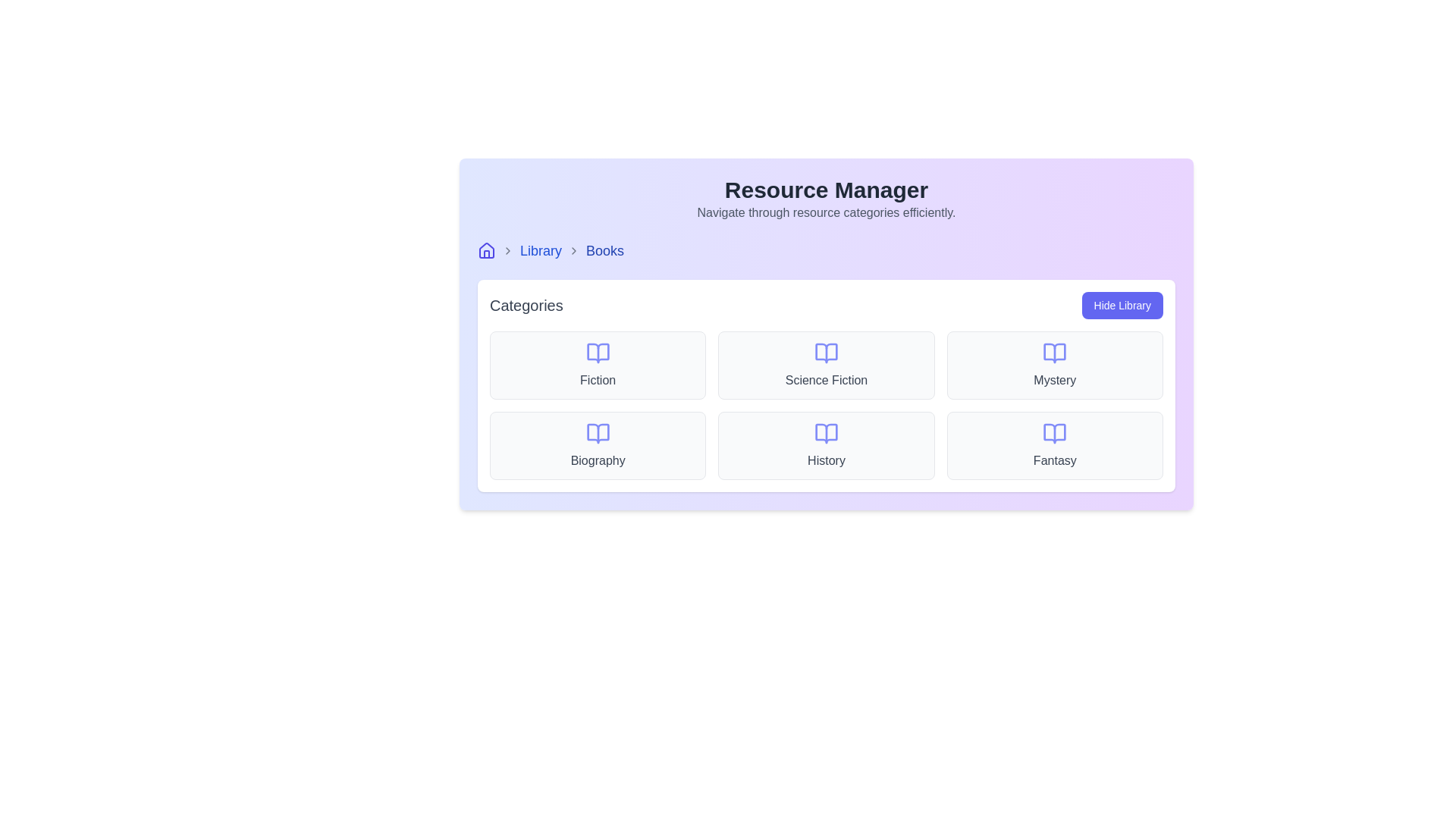  I want to click on the 'History' icon located in the fourth tile of the category grid layout, which serves as a visual representation for the 'History' category, so click(825, 433).